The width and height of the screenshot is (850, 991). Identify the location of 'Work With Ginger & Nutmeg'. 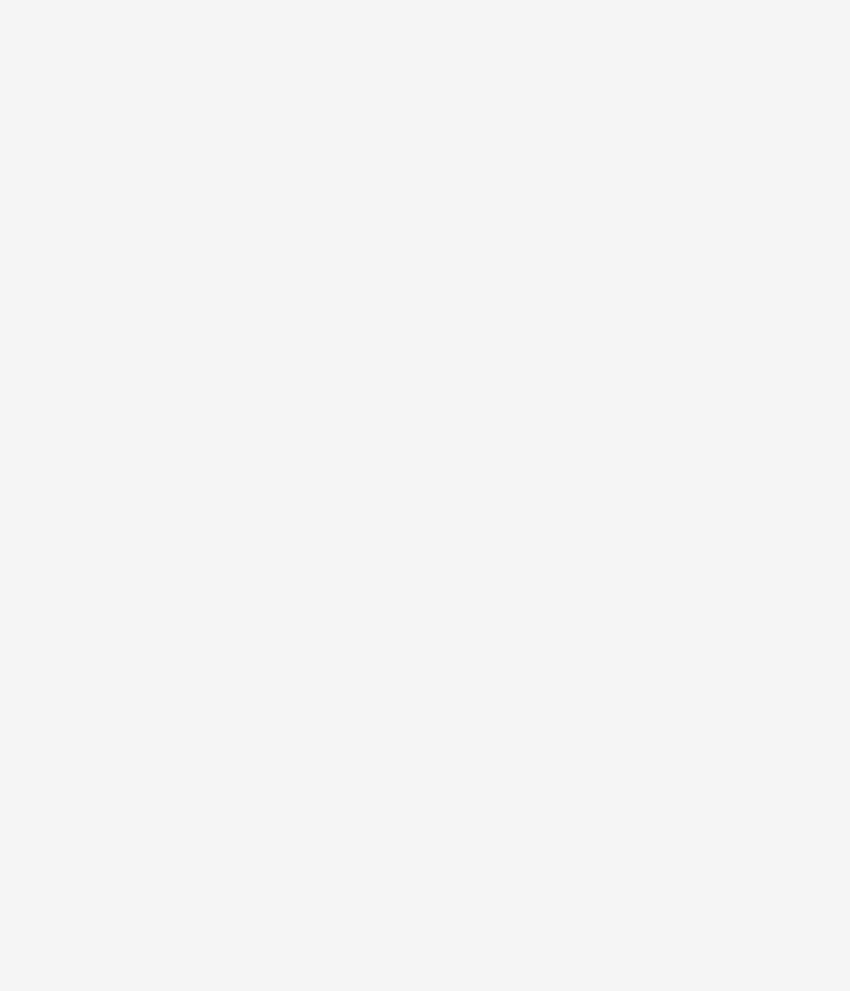
(65, 557).